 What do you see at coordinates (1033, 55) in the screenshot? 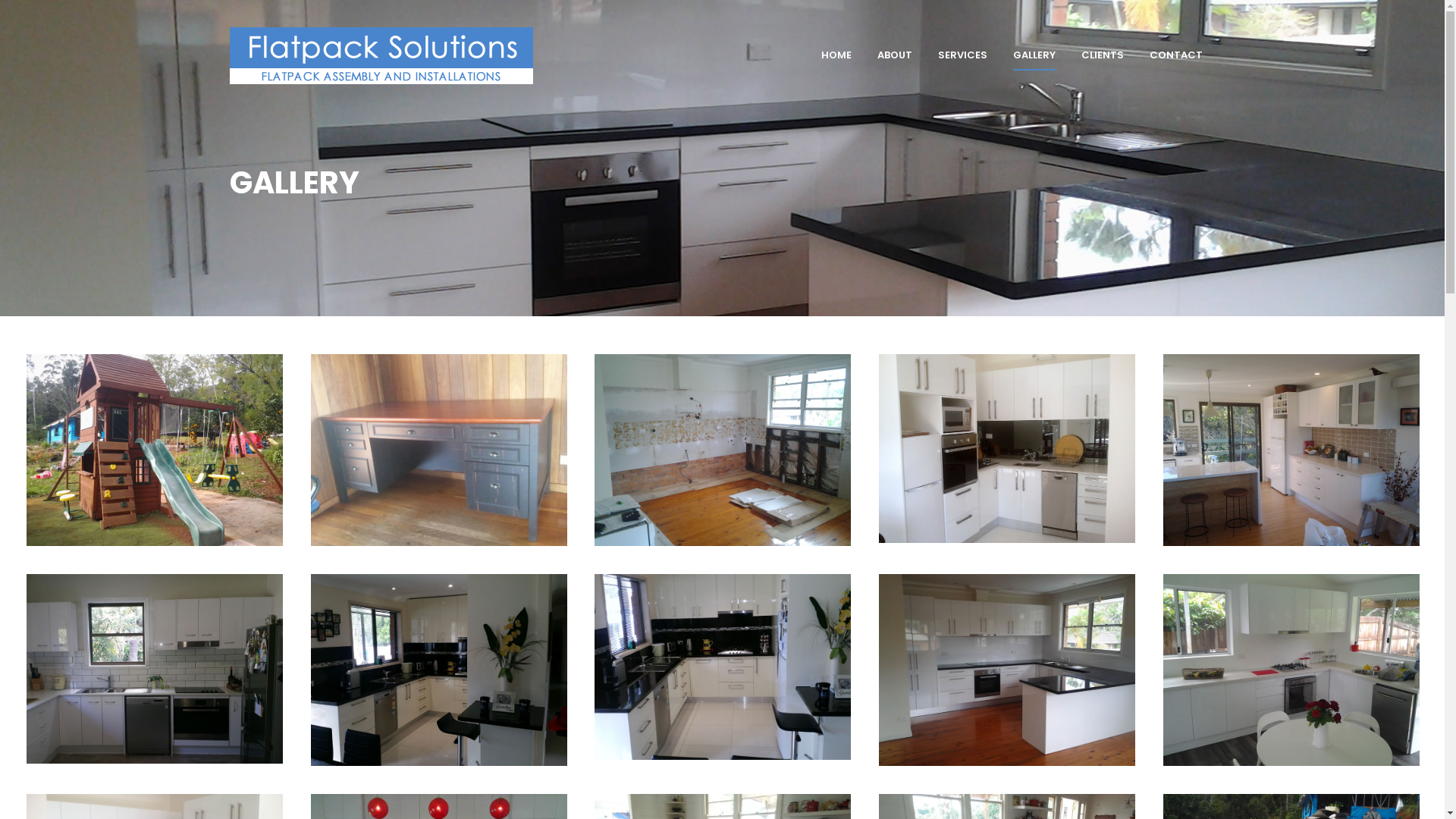
I see `'GALLERY'` at bounding box center [1033, 55].